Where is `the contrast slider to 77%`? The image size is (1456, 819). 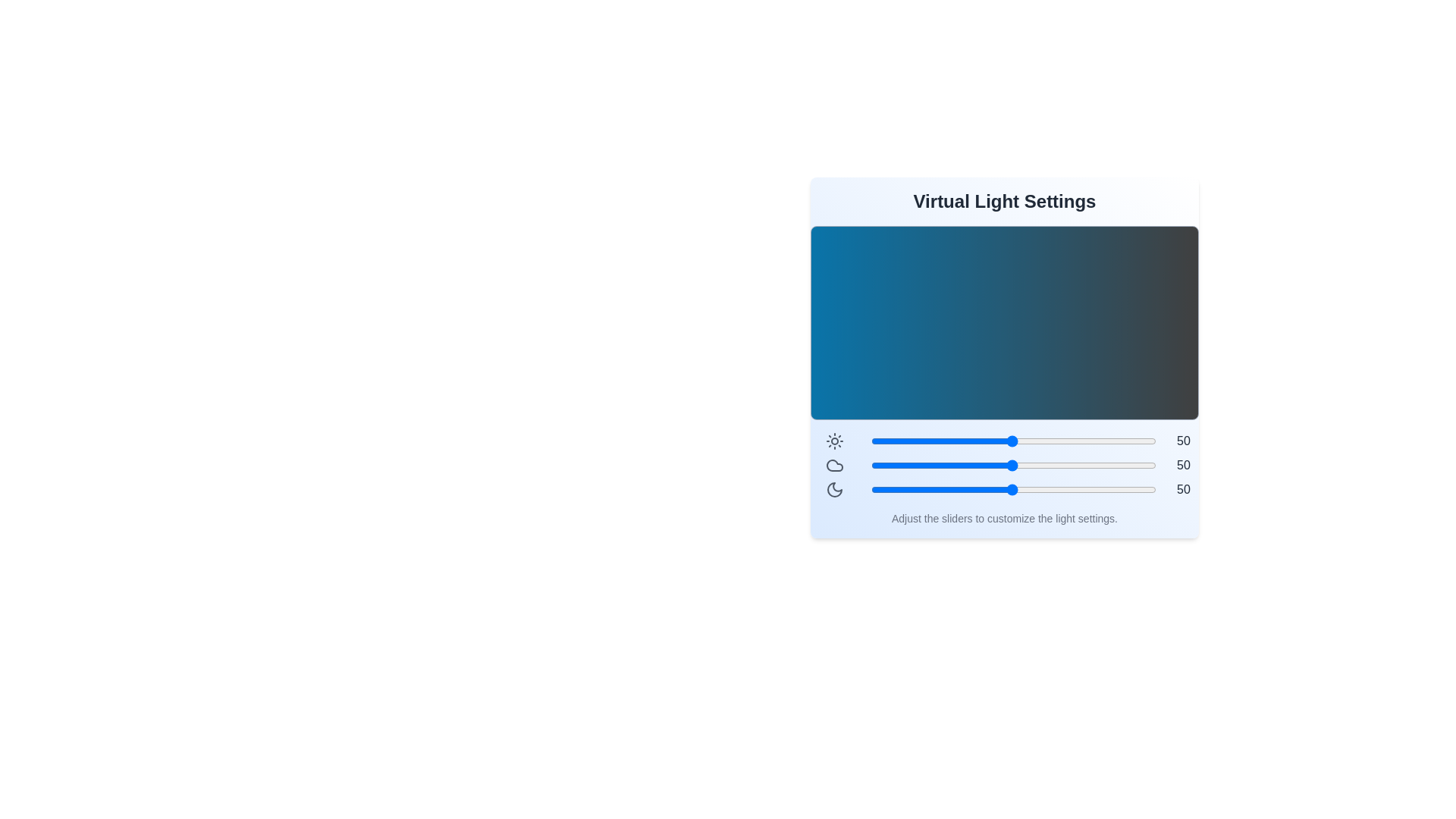
the contrast slider to 77% is located at coordinates (1089, 441).